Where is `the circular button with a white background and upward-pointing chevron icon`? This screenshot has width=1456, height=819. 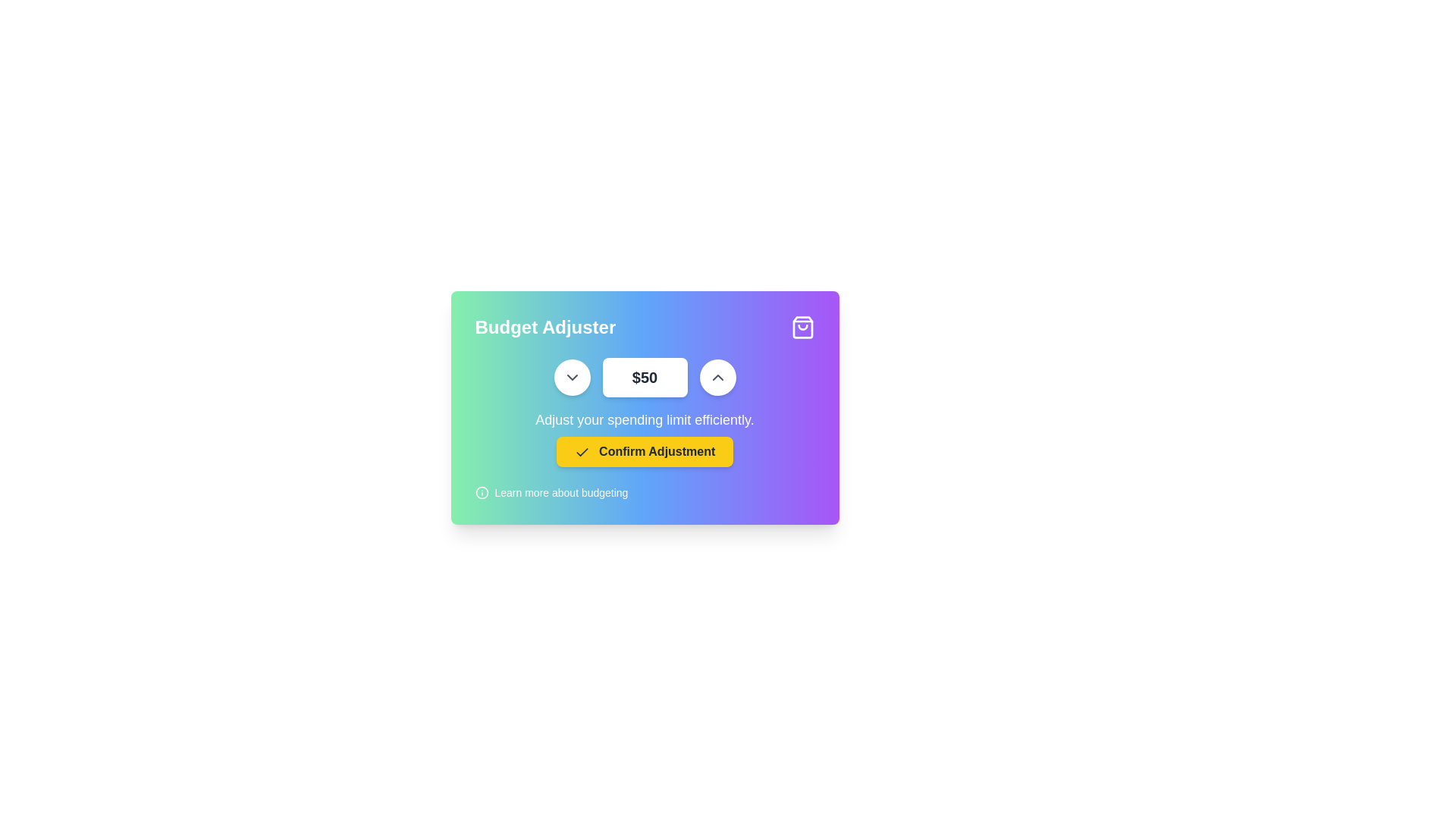
the circular button with a white background and upward-pointing chevron icon is located at coordinates (717, 376).